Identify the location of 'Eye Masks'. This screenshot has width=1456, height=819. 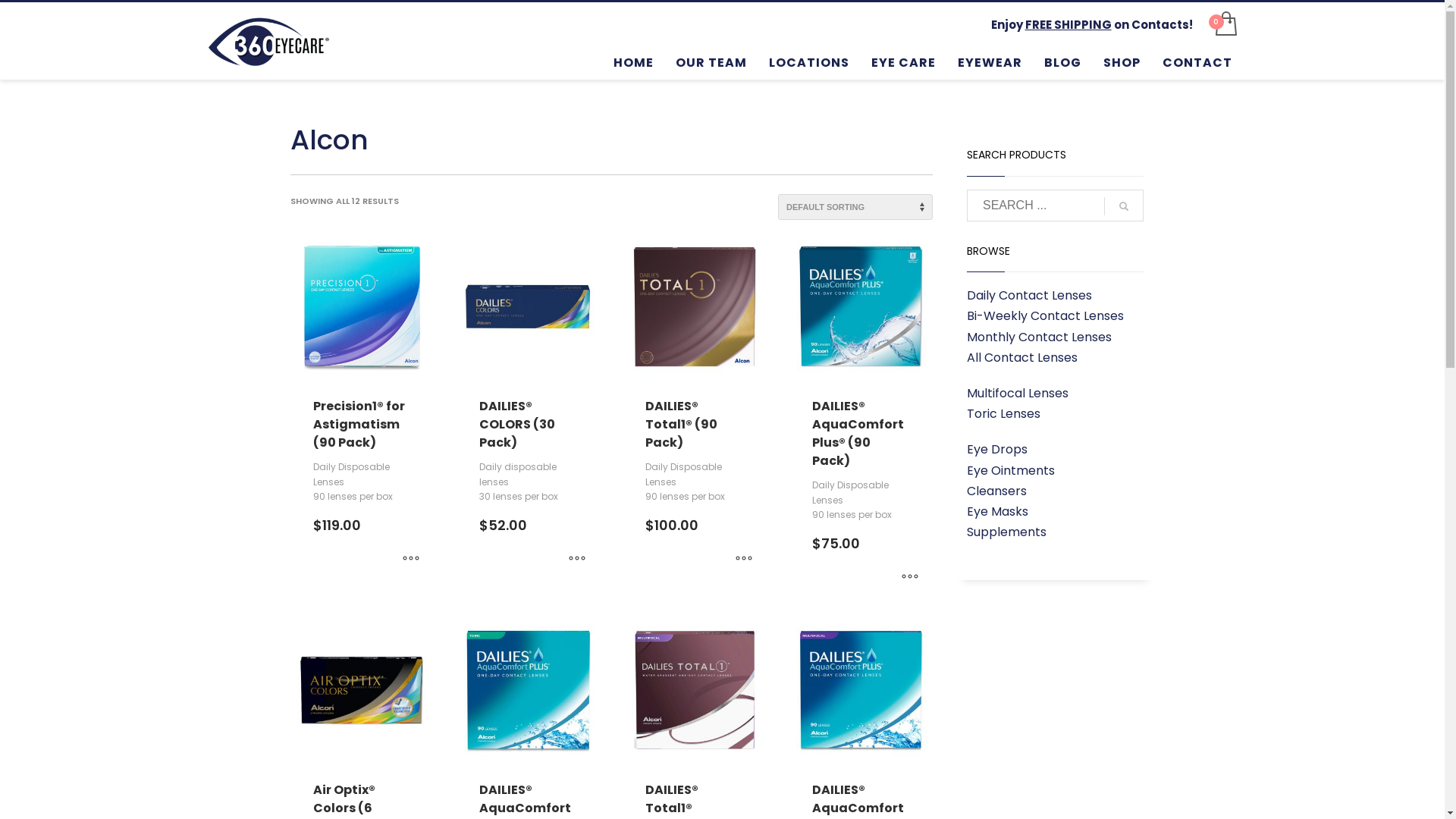
(997, 511).